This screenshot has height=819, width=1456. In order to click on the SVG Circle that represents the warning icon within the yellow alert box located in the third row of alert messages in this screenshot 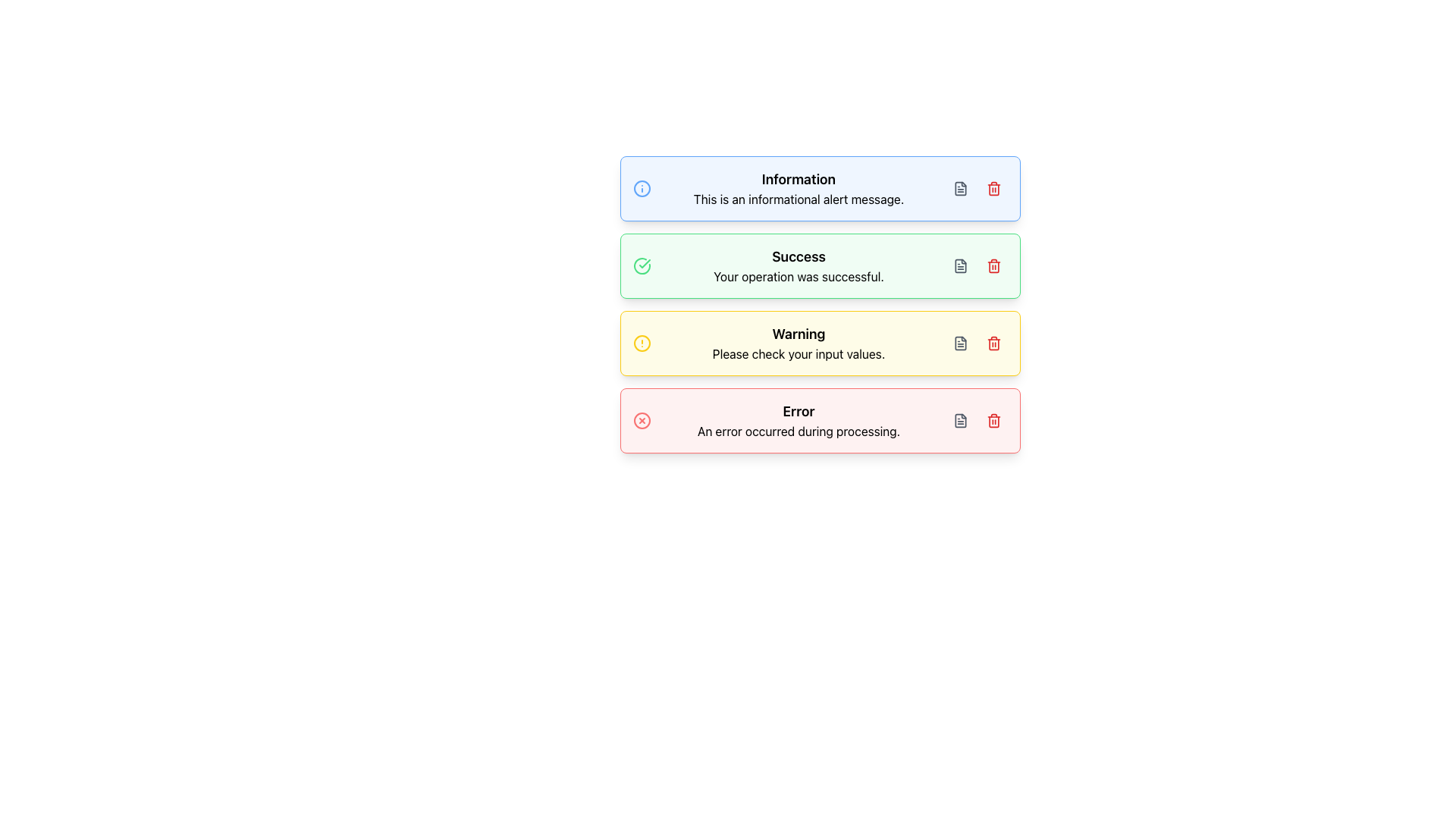, I will do `click(642, 343)`.